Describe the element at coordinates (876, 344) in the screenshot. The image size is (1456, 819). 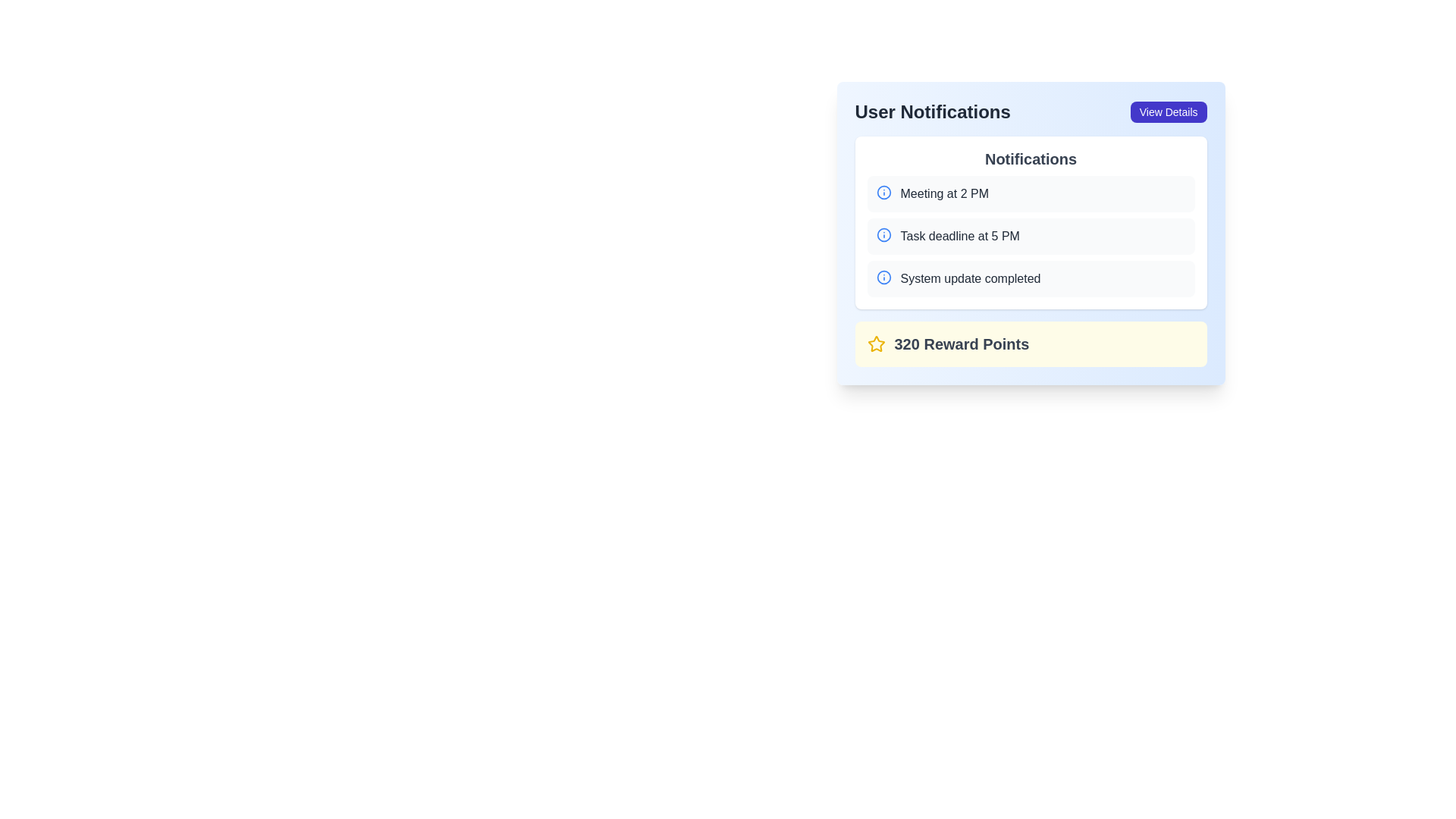
I see `the yellow star icon located to the left of the '320 Reward Points' text in the 'User Notifications' panel` at that location.